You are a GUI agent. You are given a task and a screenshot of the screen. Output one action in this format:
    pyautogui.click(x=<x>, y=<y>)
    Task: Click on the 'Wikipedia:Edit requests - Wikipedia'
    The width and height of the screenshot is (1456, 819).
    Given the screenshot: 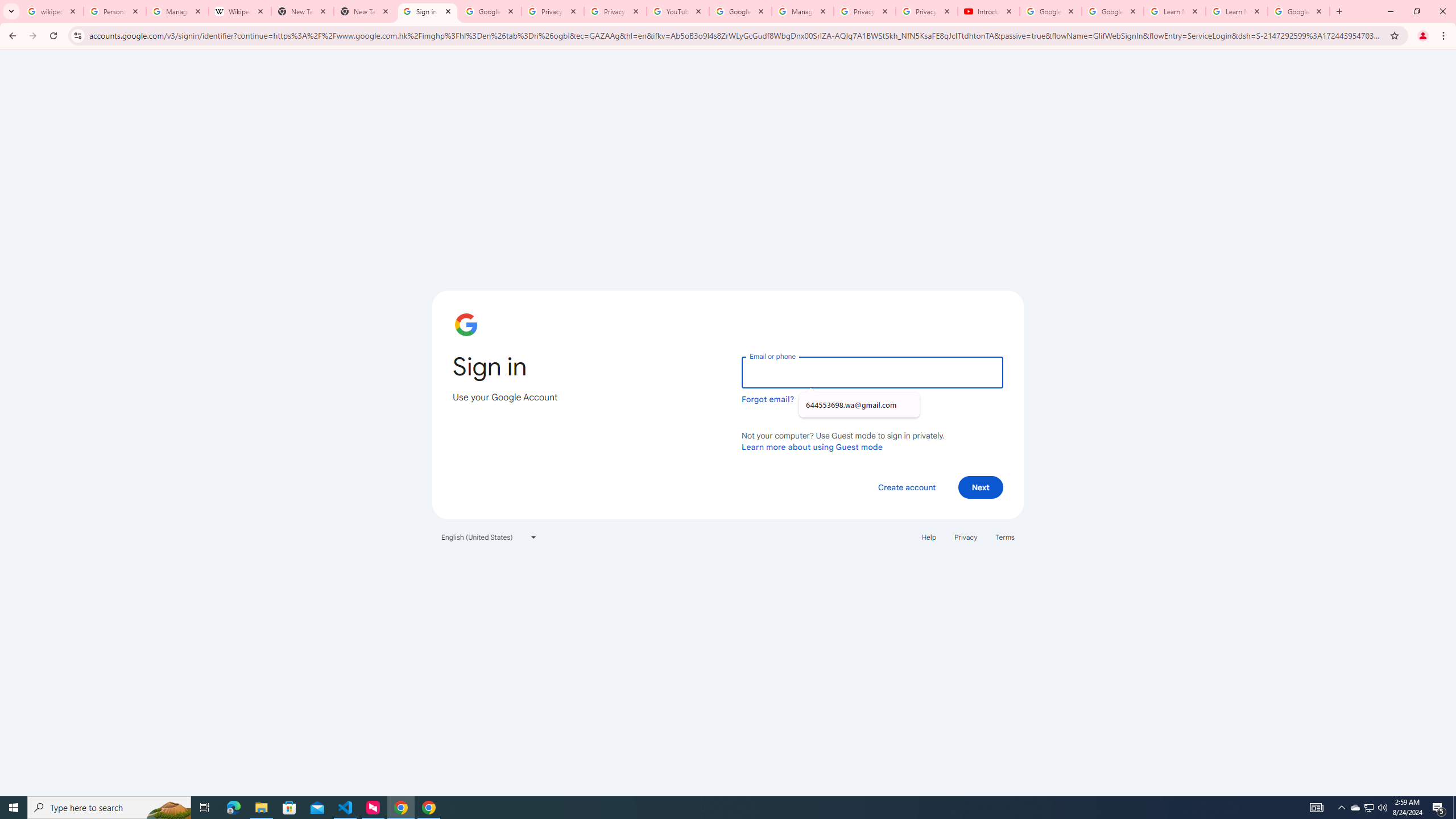 What is the action you would take?
    pyautogui.click(x=239, y=11)
    